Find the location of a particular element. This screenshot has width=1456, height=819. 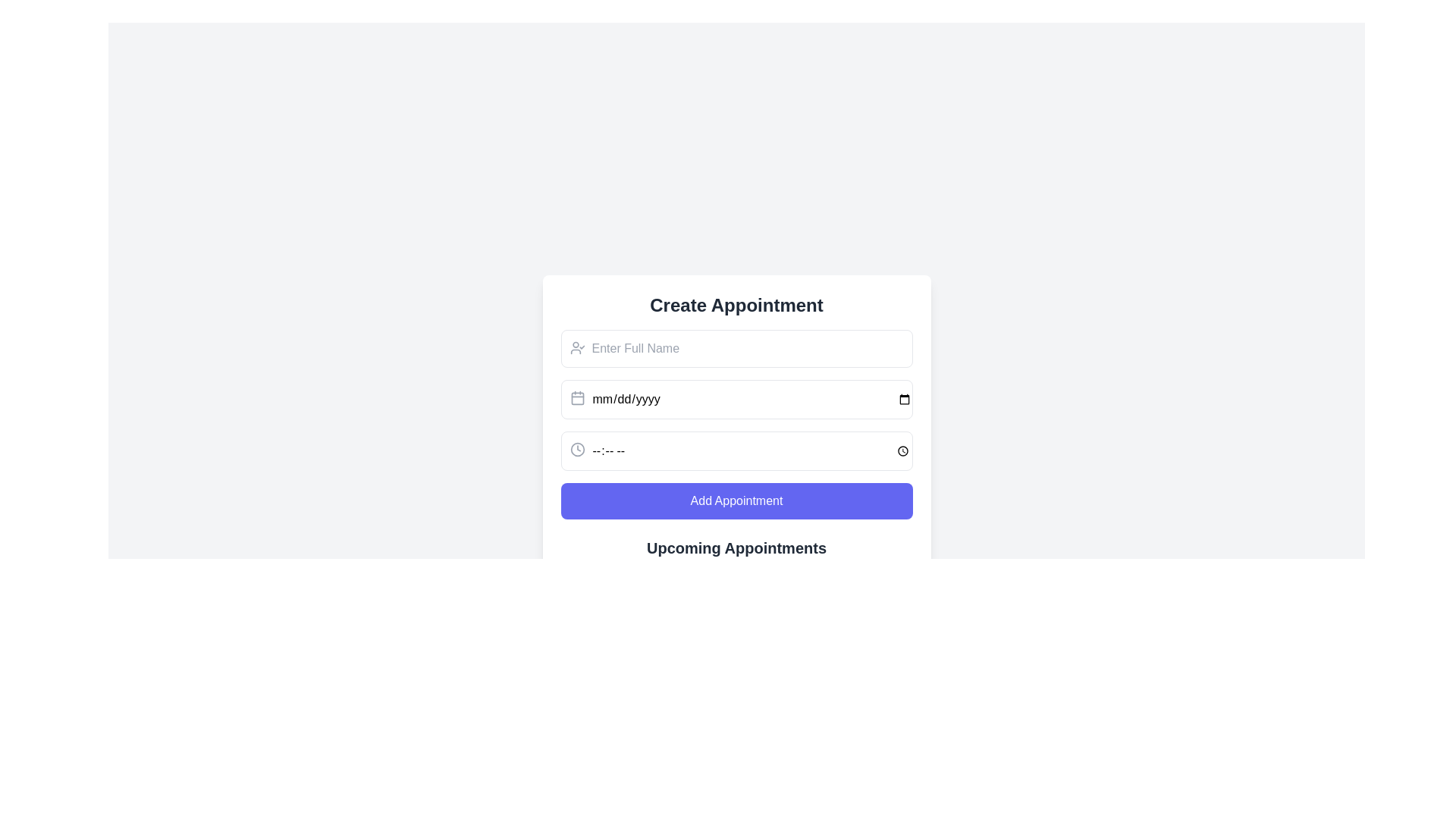

the Date input field located under the 'Create Appointment' section to focus on it is located at coordinates (736, 399).